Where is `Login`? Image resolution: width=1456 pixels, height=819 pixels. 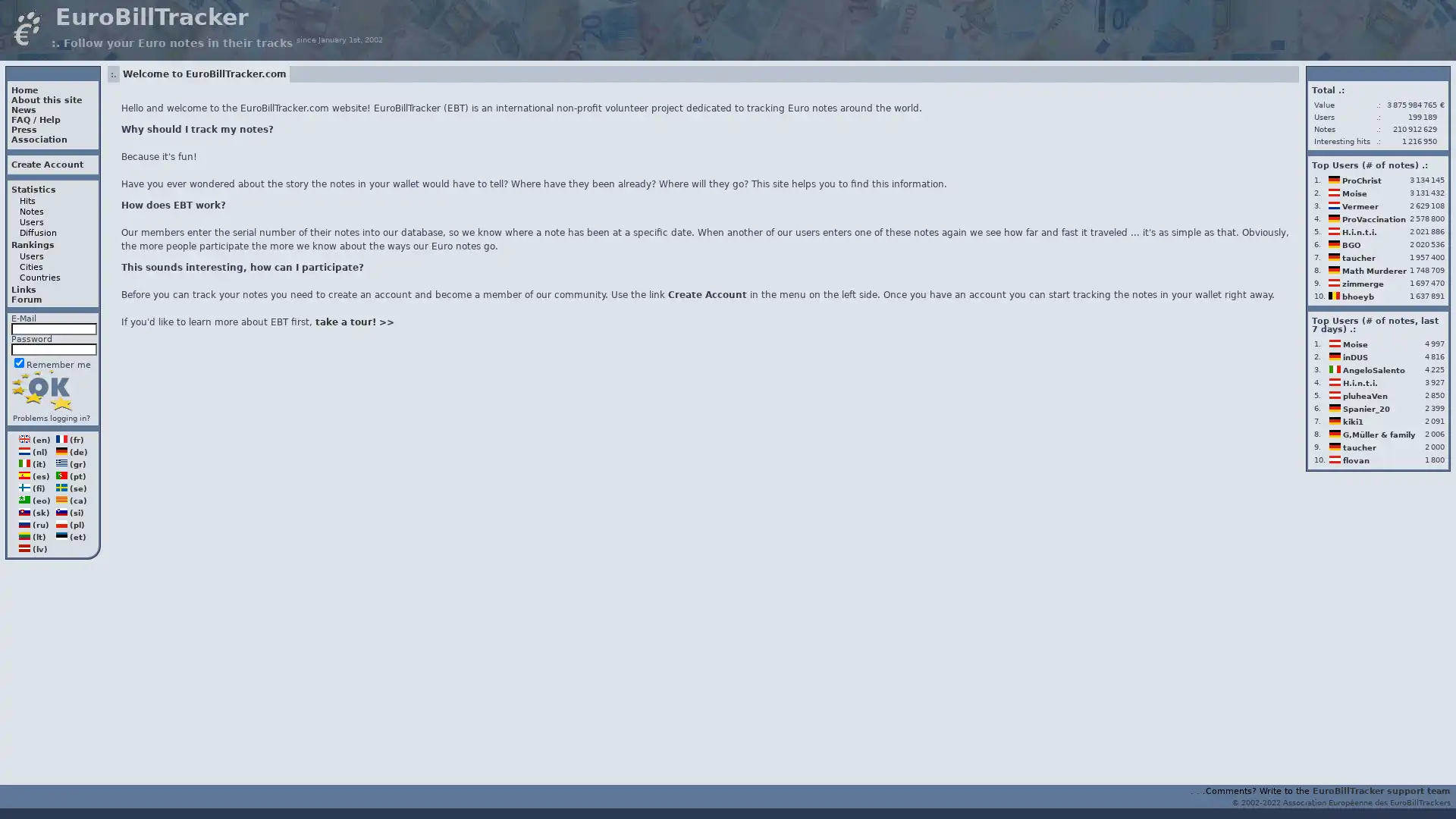 Login is located at coordinates (41, 390).